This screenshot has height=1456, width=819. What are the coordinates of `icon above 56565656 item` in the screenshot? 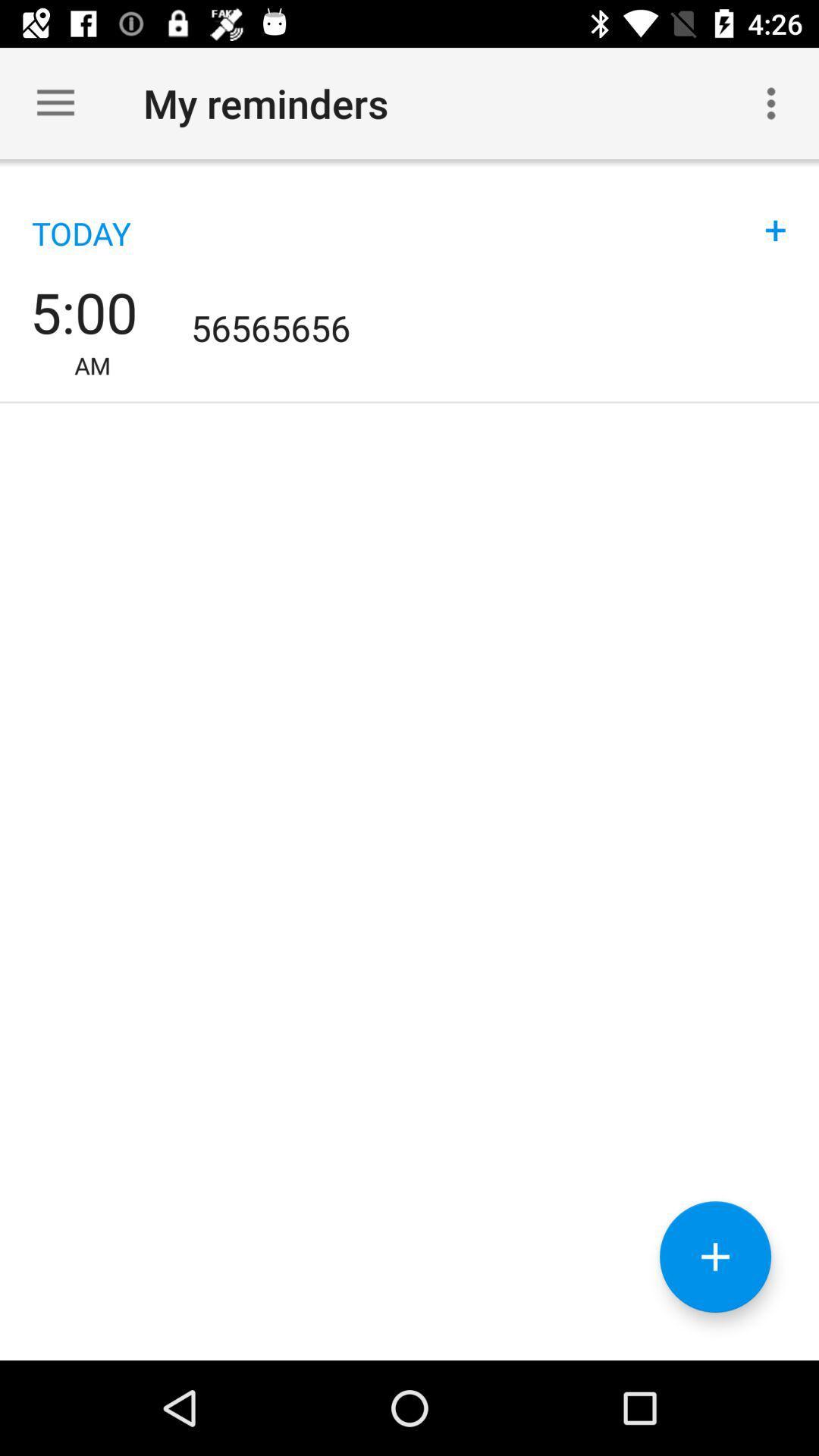 It's located at (775, 214).